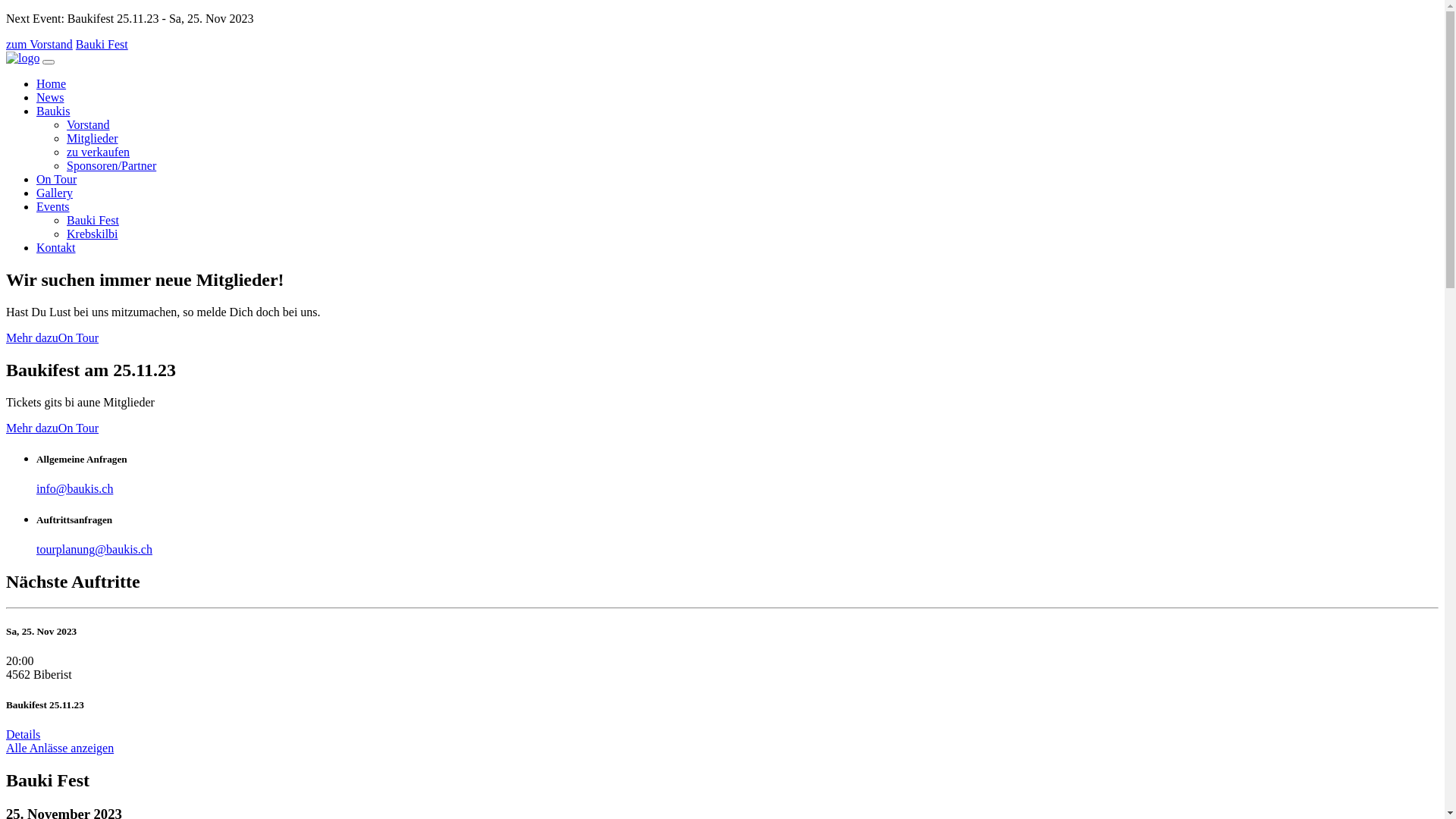 The height and width of the screenshot is (819, 1456). What do you see at coordinates (101, 43) in the screenshot?
I see `'Bauki Fest'` at bounding box center [101, 43].